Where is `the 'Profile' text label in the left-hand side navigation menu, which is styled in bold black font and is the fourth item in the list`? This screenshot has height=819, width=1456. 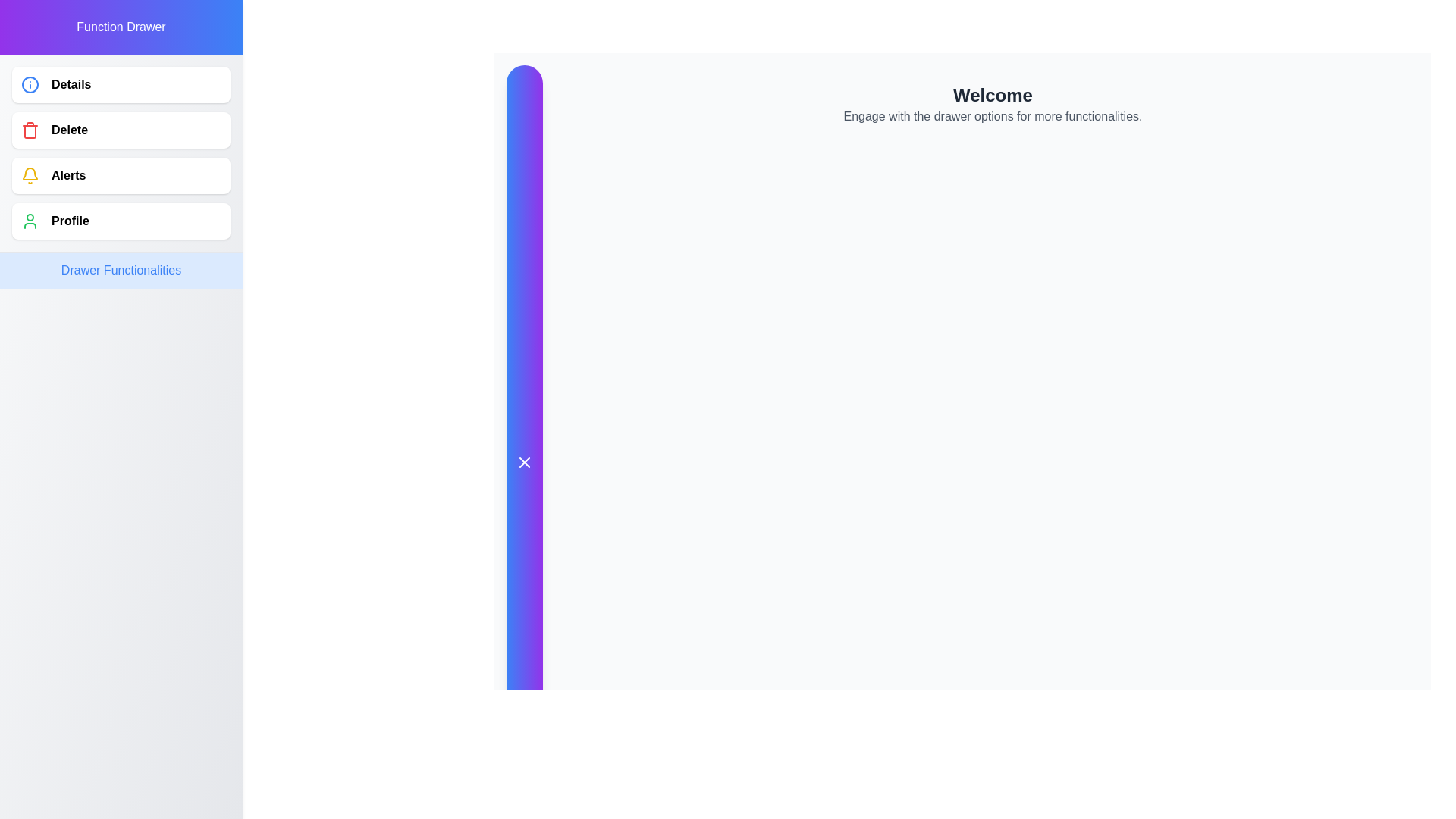 the 'Profile' text label in the left-hand side navigation menu, which is styled in bold black font and is the fourth item in the list is located at coordinates (69, 221).